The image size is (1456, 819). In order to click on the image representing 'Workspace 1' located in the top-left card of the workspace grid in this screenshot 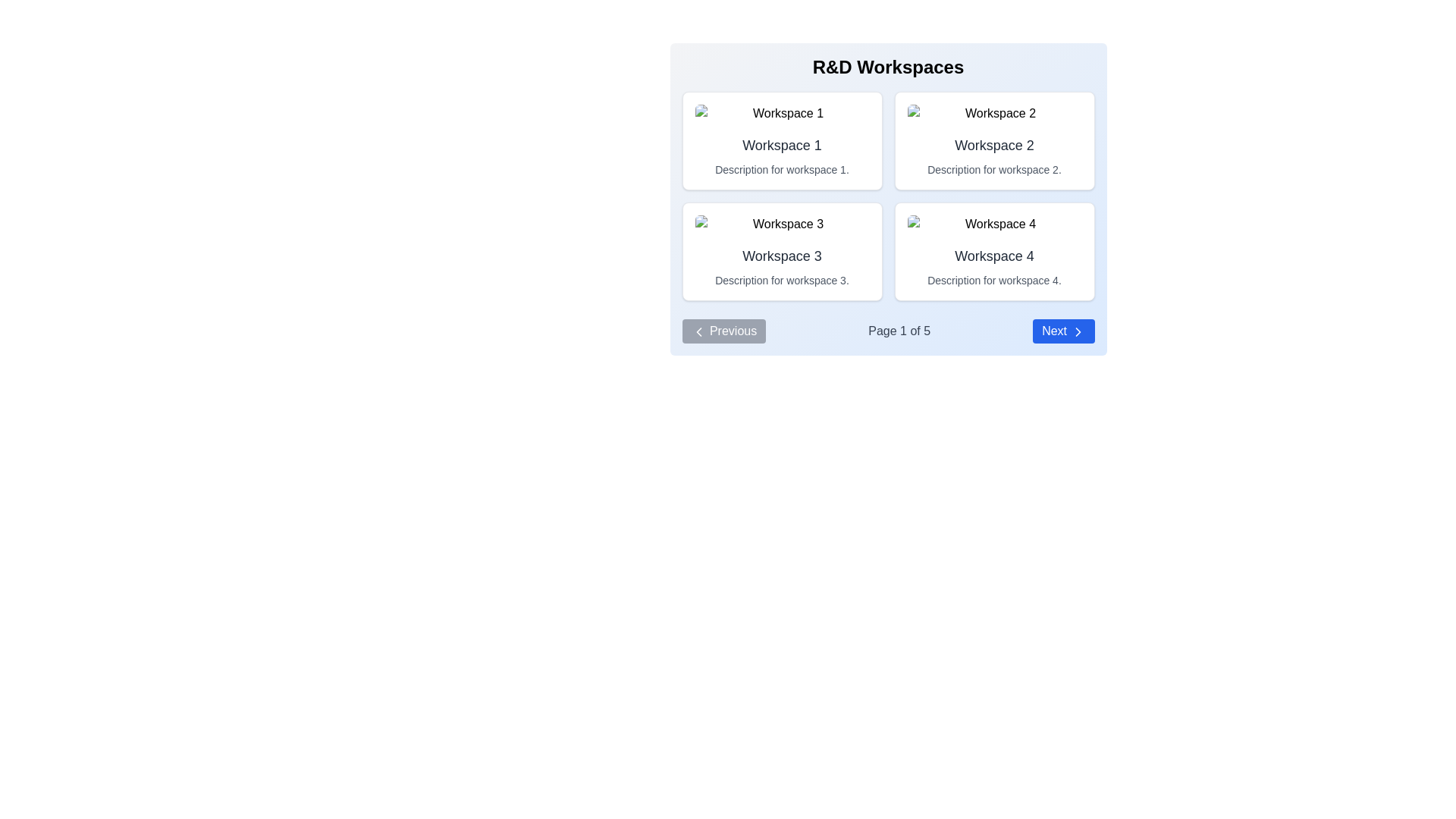, I will do `click(782, 113)`.